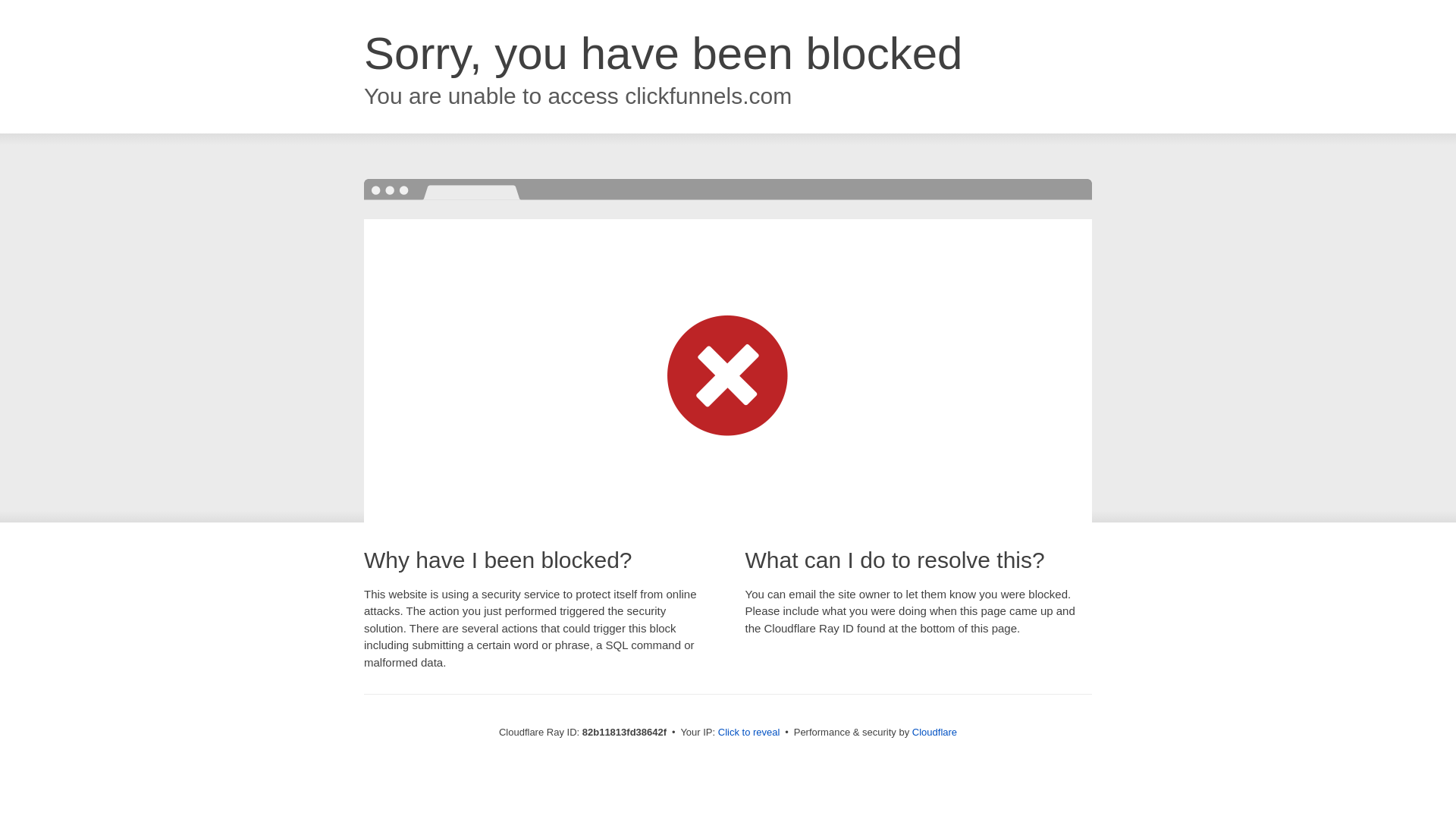  I want to click on 'Cloudflare', so click(934, 731).